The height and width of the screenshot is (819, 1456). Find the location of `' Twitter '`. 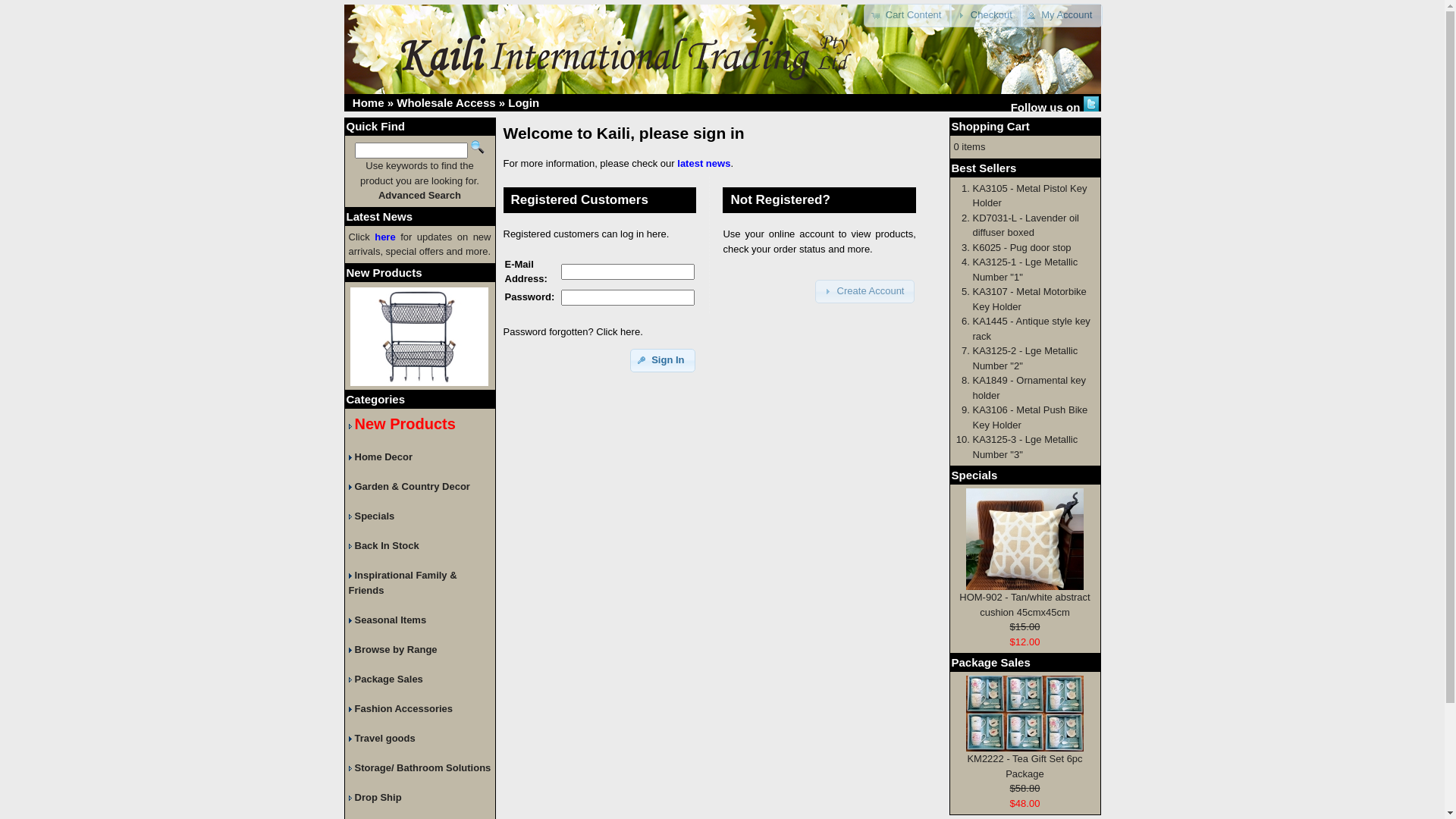

' Twitter ' is located at coordinates (1090, 103).